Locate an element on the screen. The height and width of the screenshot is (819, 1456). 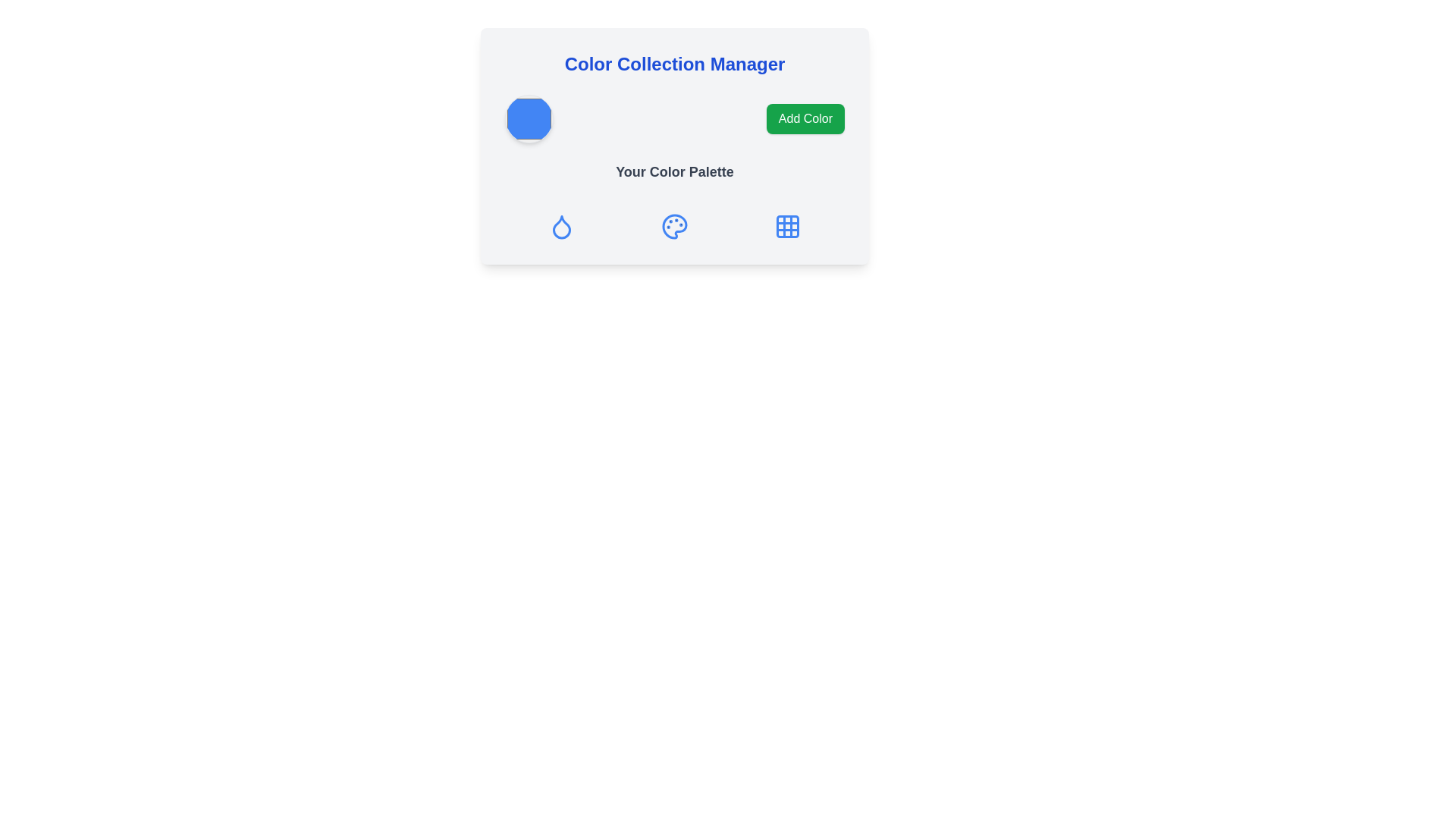
the Text Label that serves as a title or descriptor for the section within the 'Color Collection Manager' panel is located at coordinates (673, 177).